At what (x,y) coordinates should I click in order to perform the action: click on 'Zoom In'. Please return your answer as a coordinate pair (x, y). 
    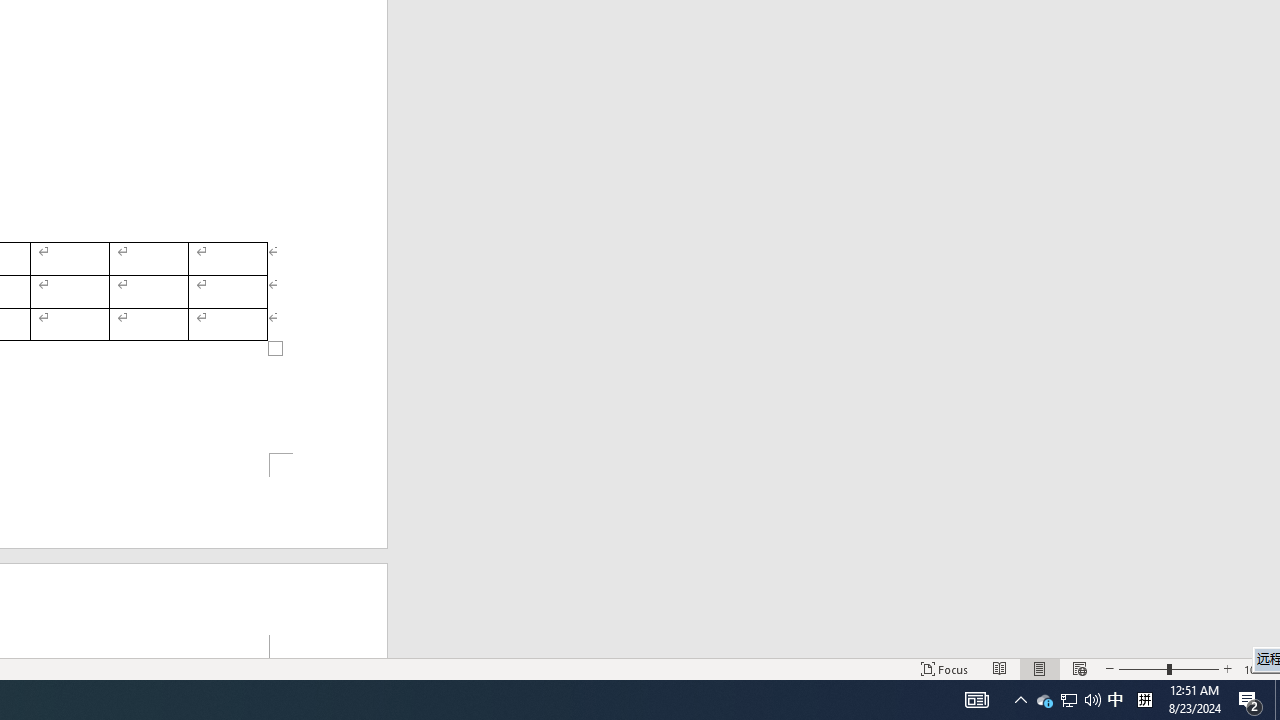
    Looking at the image, I should click on (1226, 669).